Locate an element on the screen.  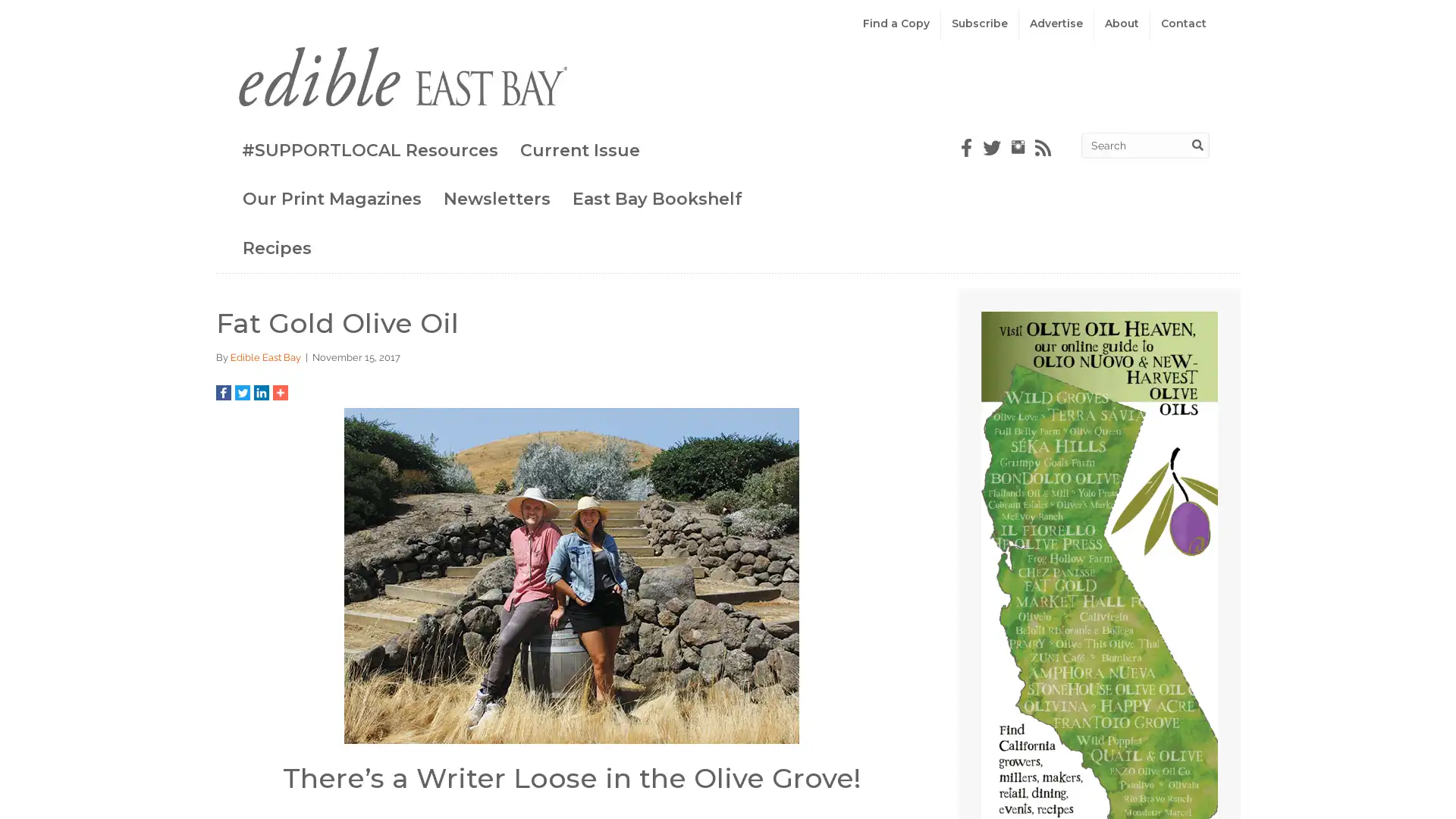
Share to Twitter is located at coordinates (236, 391).